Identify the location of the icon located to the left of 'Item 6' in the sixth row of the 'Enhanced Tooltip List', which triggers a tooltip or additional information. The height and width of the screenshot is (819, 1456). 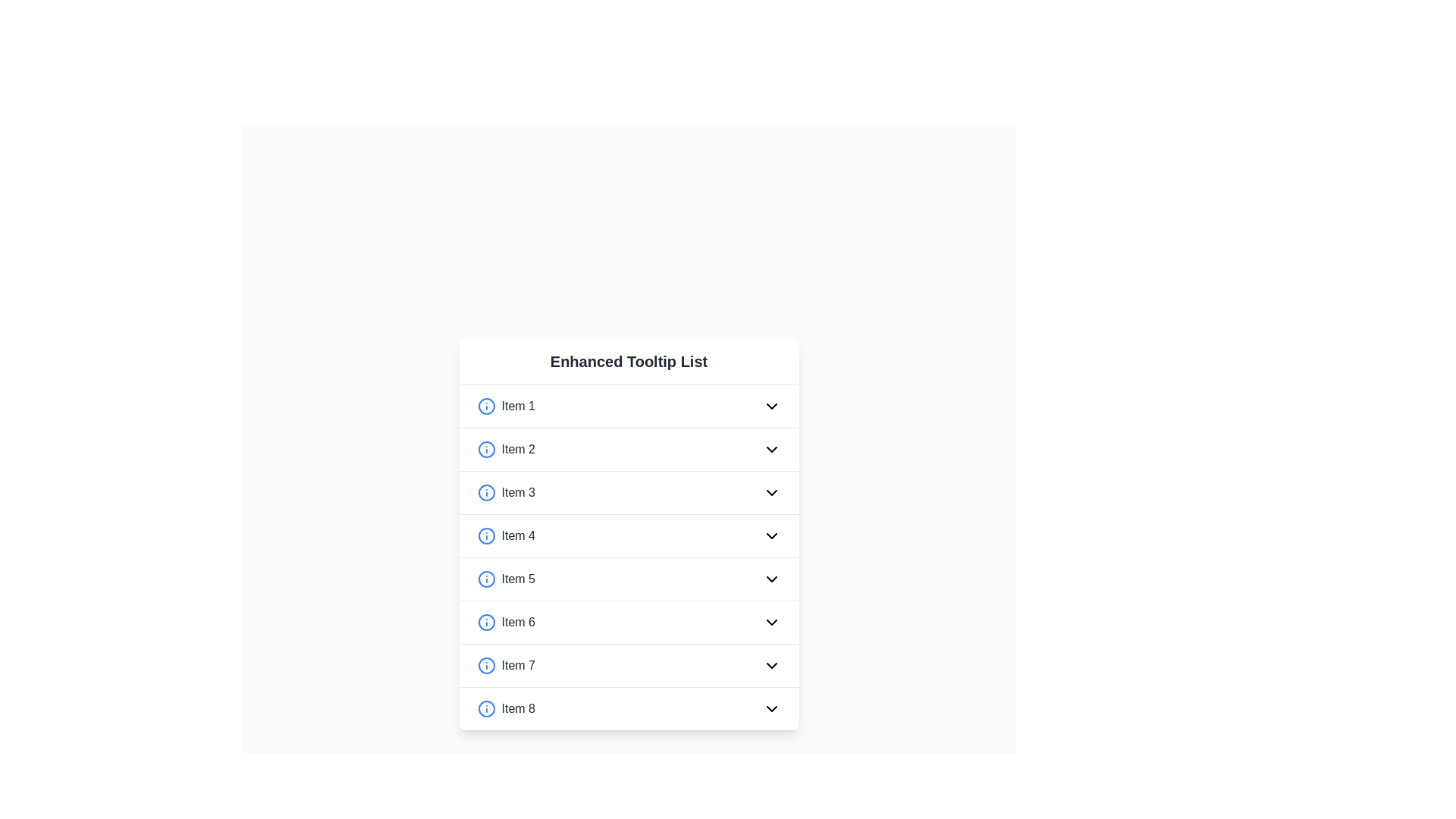
(486, 623).